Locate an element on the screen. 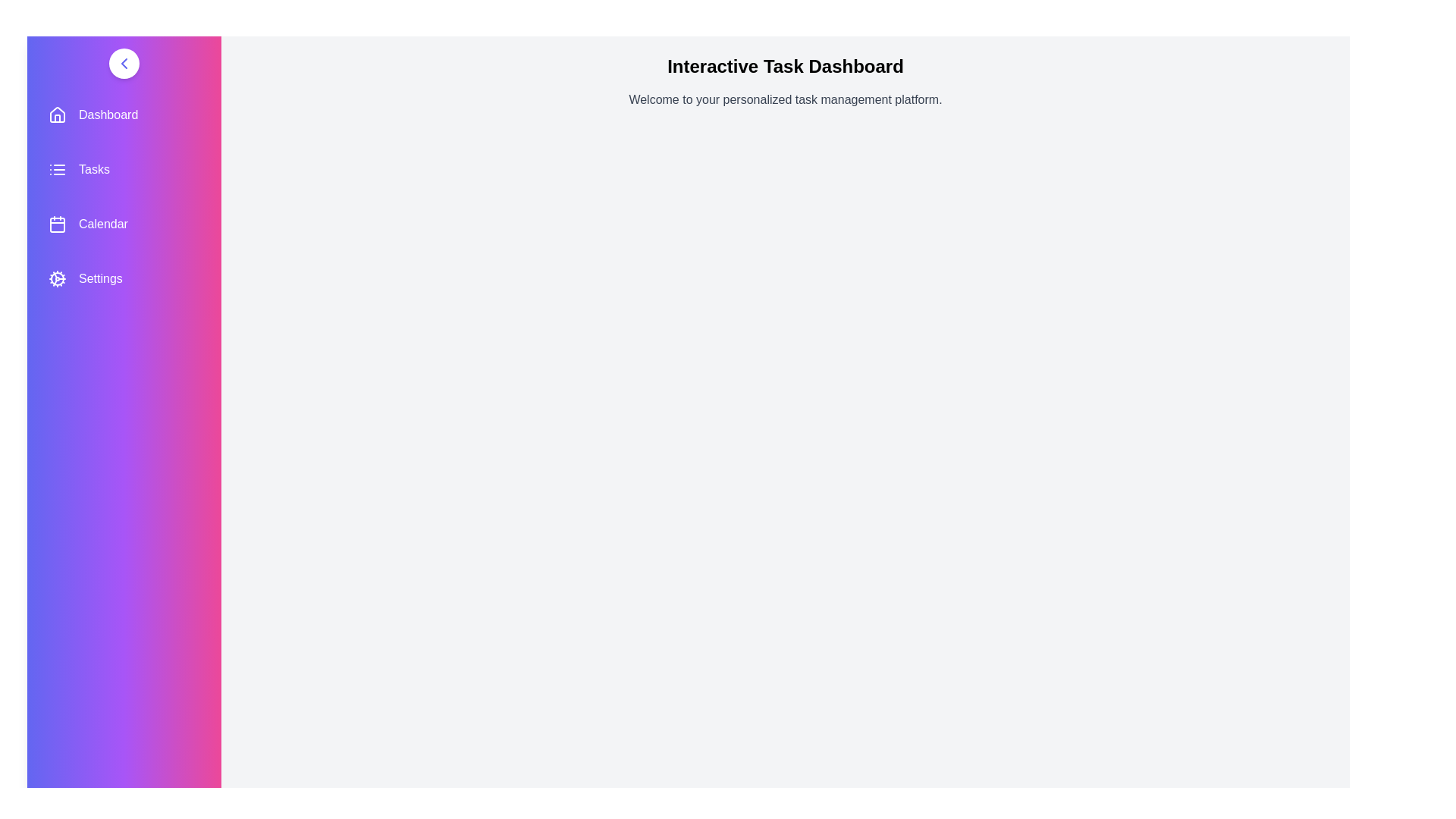 This screenshot has height=819, width=1456. the menu item labeled Dashboard to observe its hover effect is located at coordinates (124, 114).